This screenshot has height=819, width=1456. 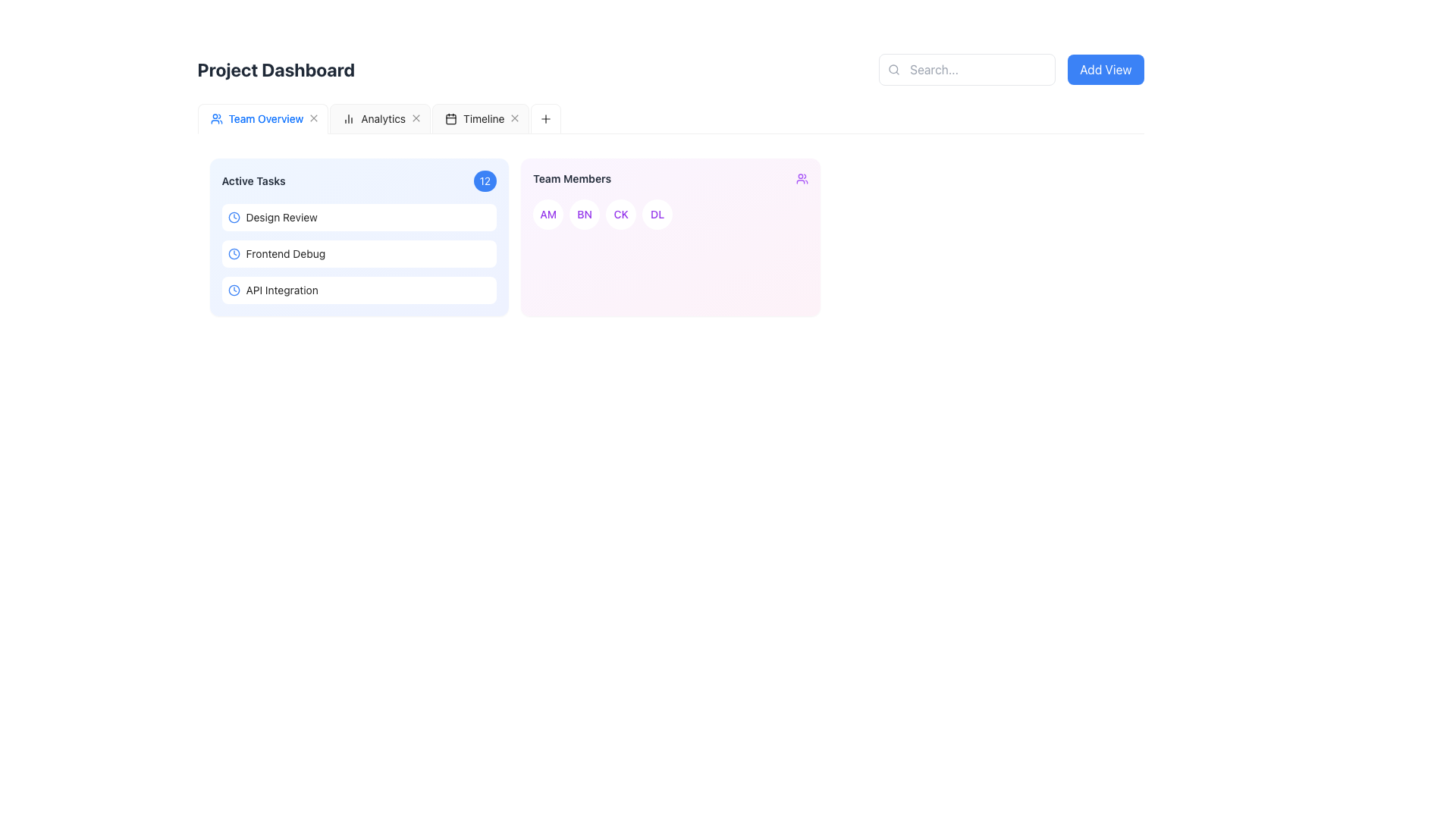 I want to click on the search icon located to the left of the search input field, adjacent to the 'Search...' placeholder, so click(x=894, y=70).